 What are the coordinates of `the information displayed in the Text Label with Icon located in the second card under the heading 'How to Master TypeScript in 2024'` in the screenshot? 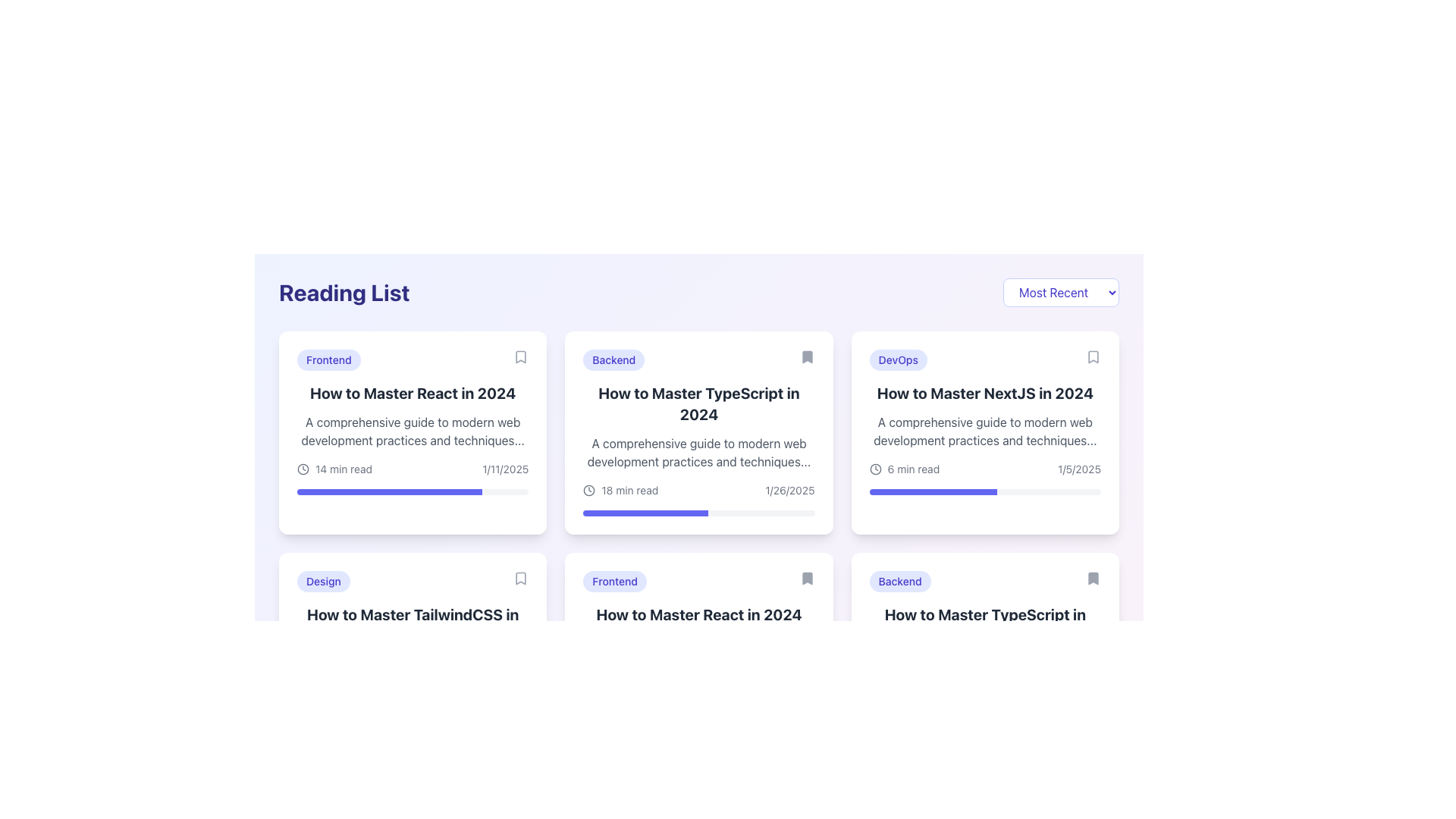 It's located at (620, 491).